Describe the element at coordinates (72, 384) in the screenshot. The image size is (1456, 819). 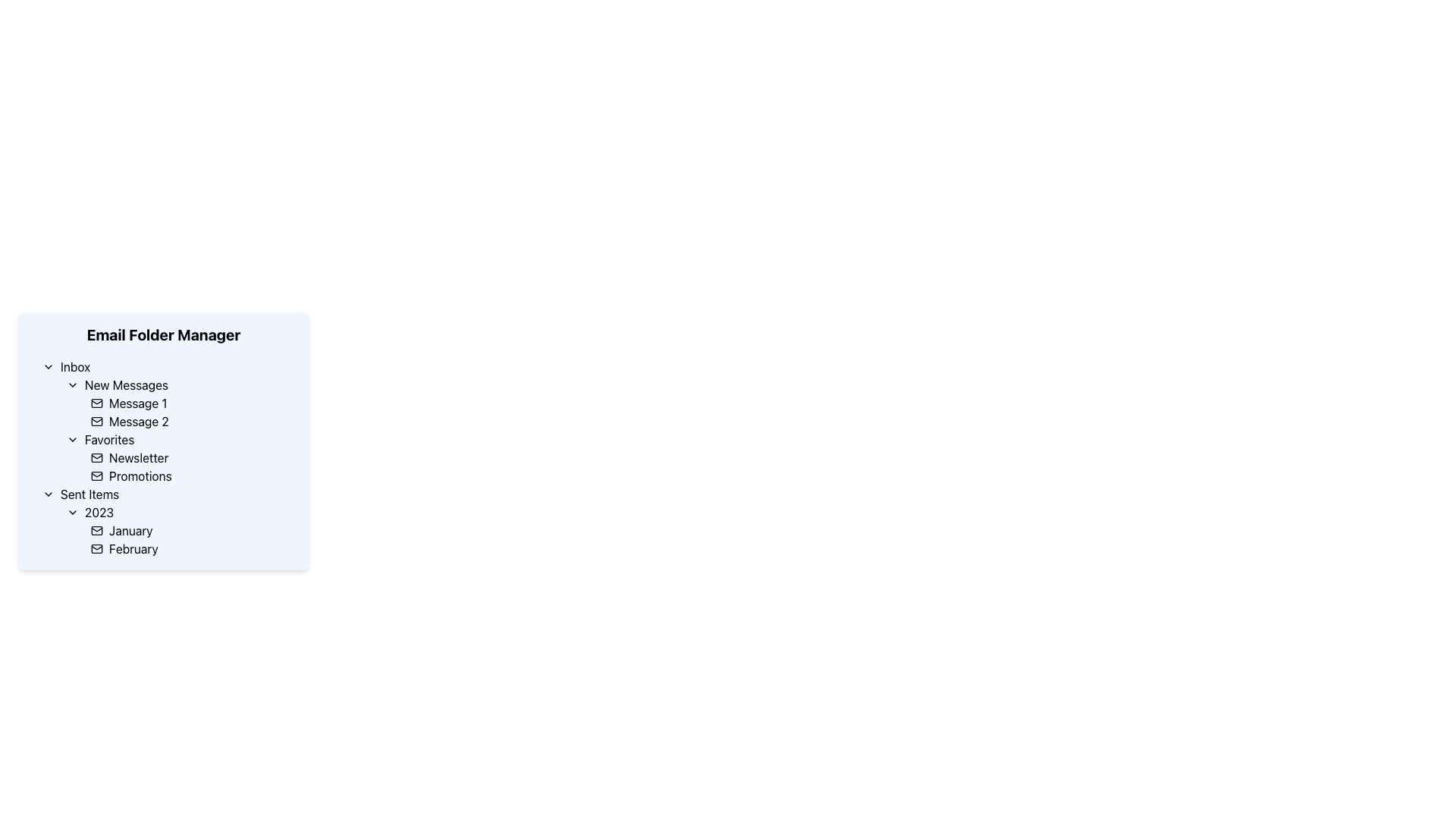
I see `the downward-facing chevron icon located to the left of the 'New Messages' menu item in the Email Folder Manager interface` at that location.